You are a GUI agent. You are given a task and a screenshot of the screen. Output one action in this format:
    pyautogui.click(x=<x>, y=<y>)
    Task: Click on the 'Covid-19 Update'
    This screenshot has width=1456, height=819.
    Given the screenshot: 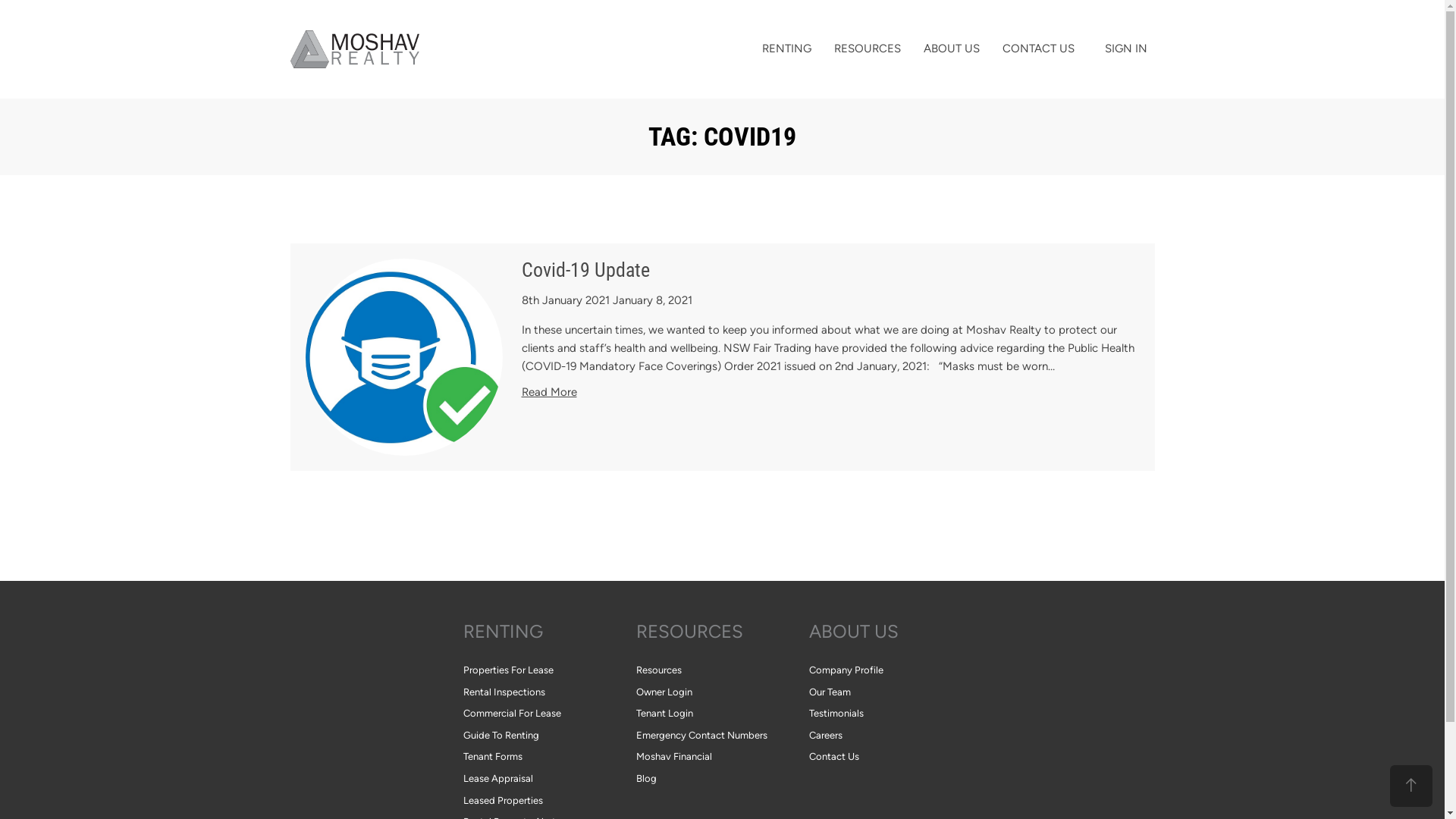 What is the action you would take?
    pyautogui.click(x=585, y=268)
    